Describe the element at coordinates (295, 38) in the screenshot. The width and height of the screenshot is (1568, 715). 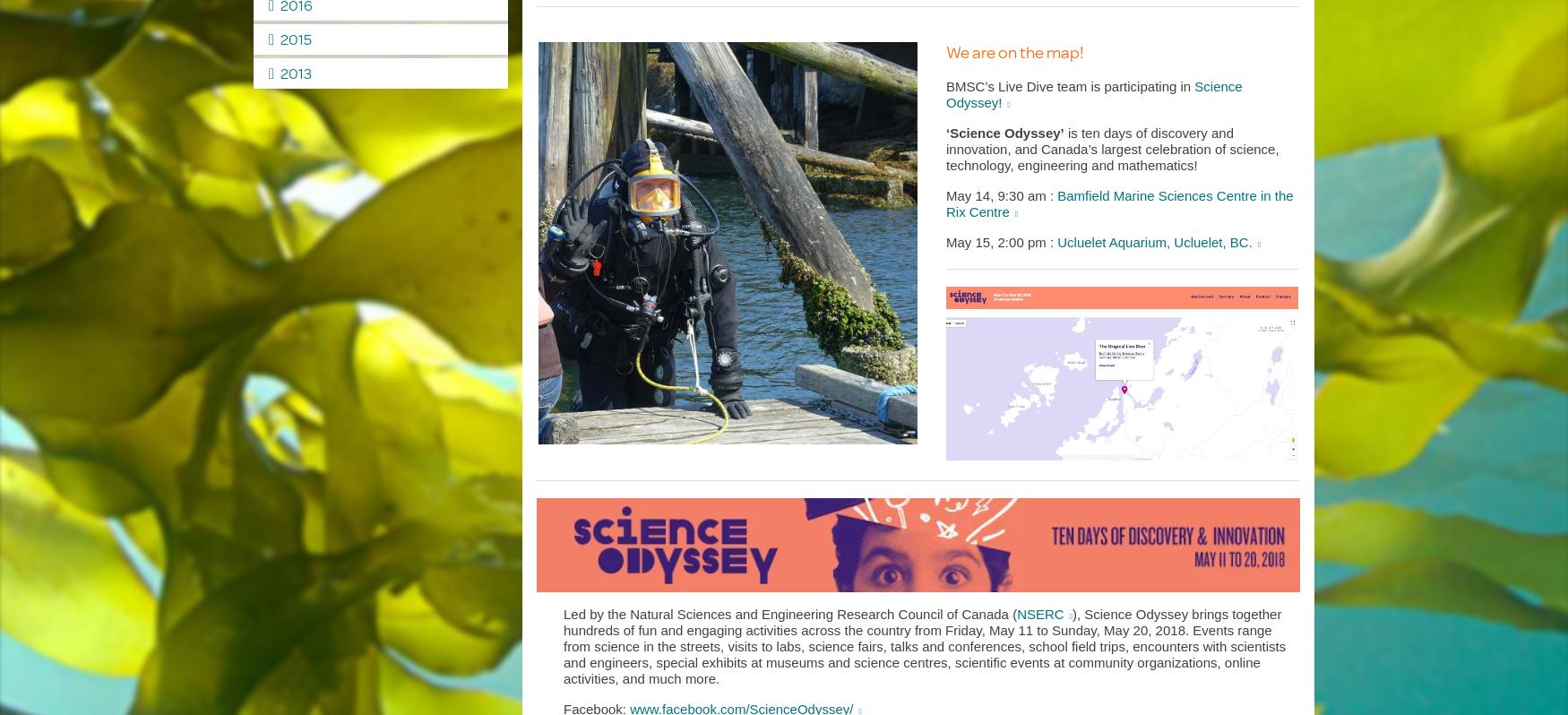
I see `'2015'` at that location.